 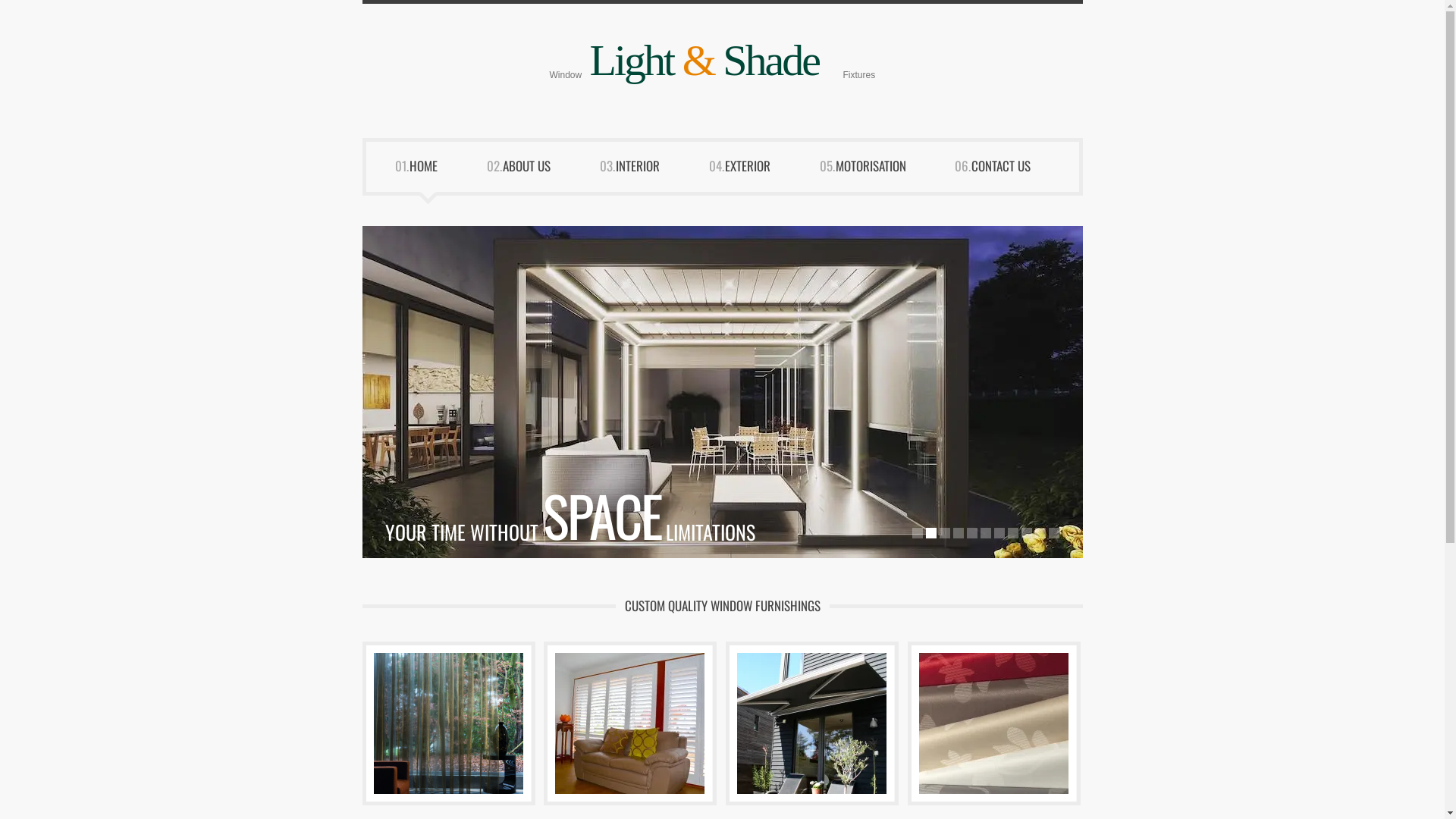 I want to click on '11', so click(x=1047, y=532).